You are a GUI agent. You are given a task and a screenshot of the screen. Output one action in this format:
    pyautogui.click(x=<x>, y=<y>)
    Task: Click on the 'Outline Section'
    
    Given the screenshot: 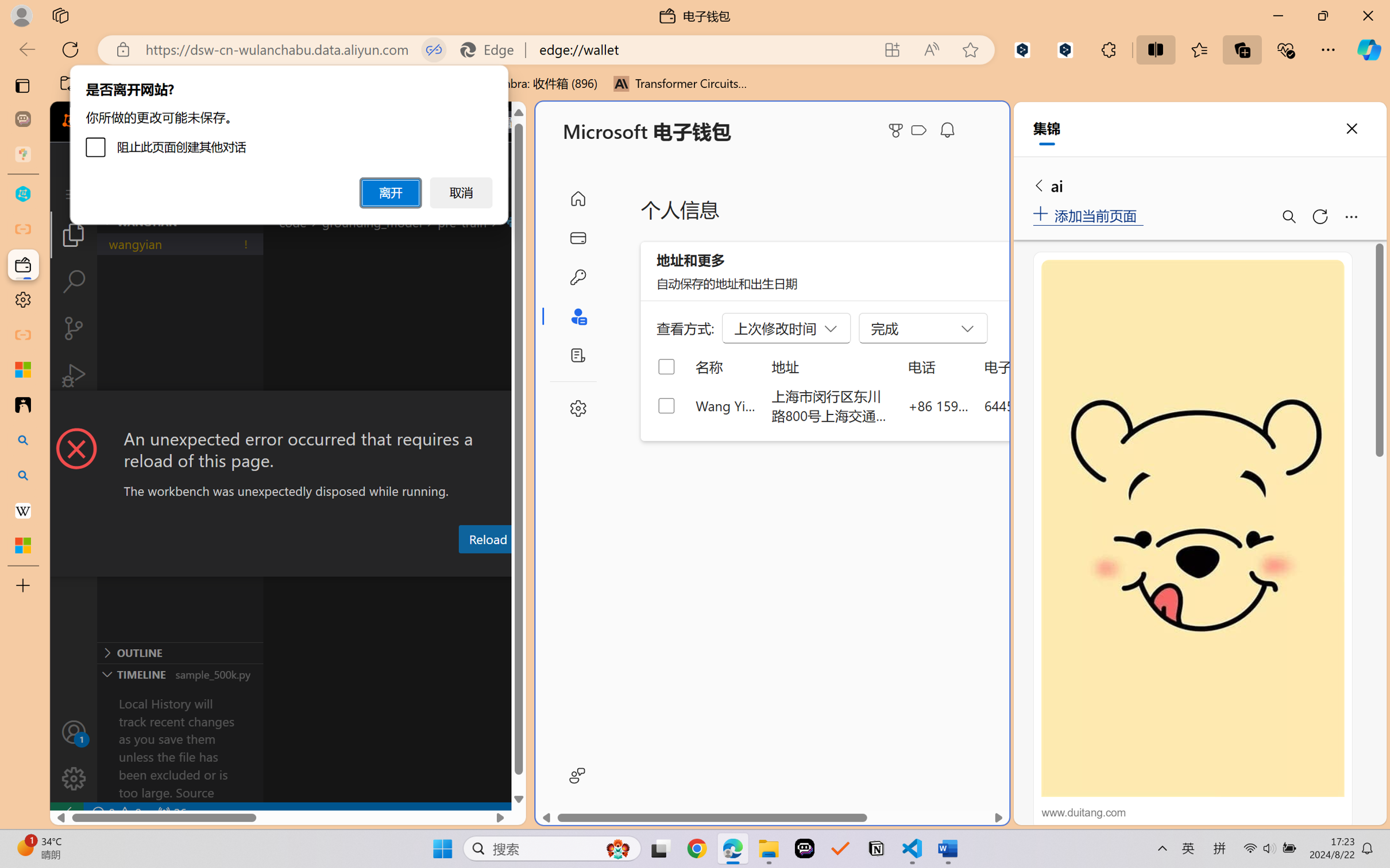 What is the action you would take?
    pyautogui.click(x=180, y=652)
    